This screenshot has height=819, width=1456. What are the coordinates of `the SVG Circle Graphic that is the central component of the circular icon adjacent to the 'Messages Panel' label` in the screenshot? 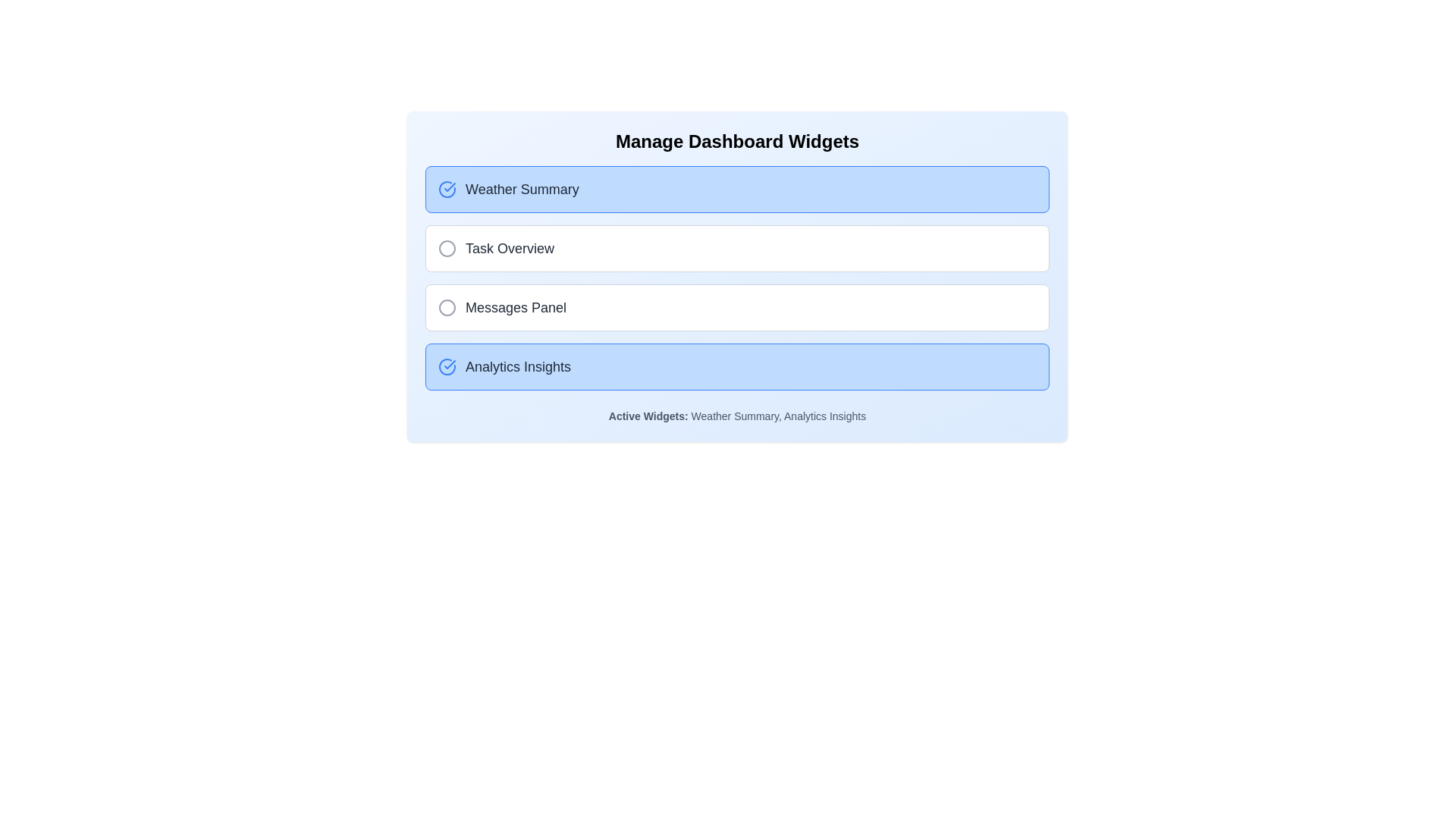 It's located at (447, 307).